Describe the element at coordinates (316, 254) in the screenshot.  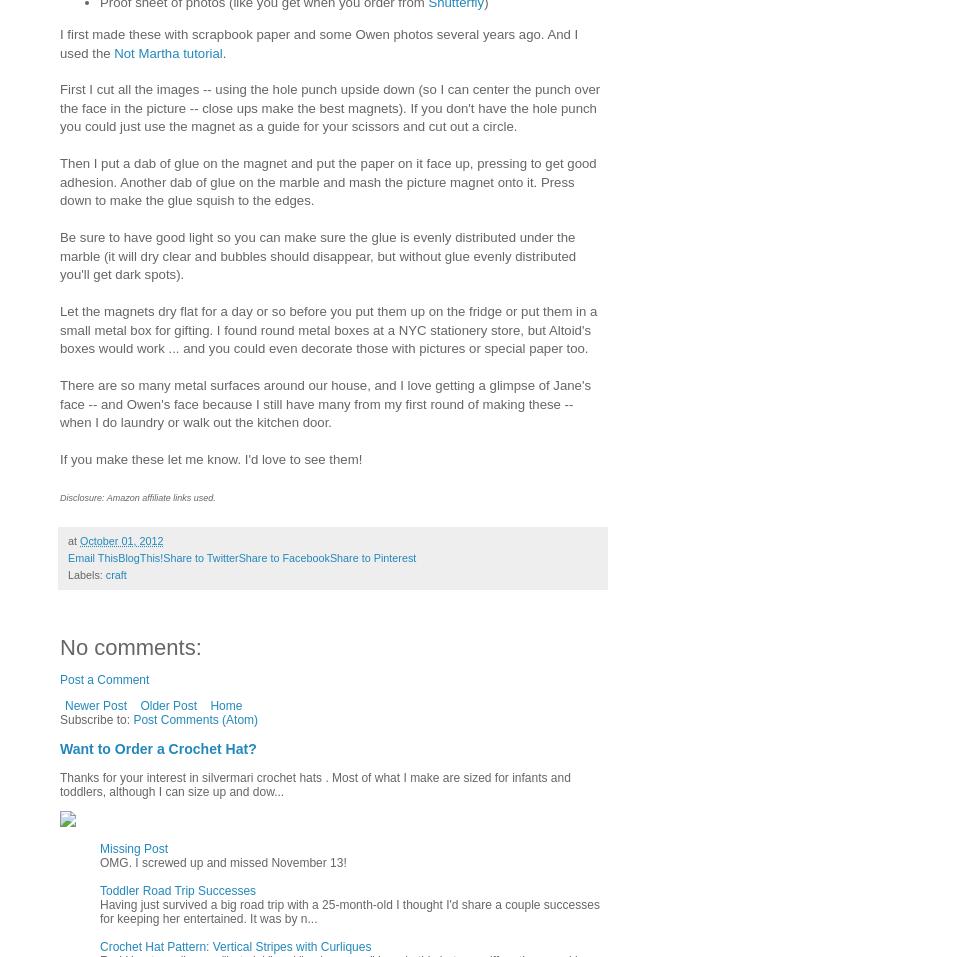
I see `'Be sure to have good light so you can make sure the glue is evenly distributed under the marble (it will dry clear and bubbles should disappear, but without glue evenly distributed you'll get dark spots).'` at that location.